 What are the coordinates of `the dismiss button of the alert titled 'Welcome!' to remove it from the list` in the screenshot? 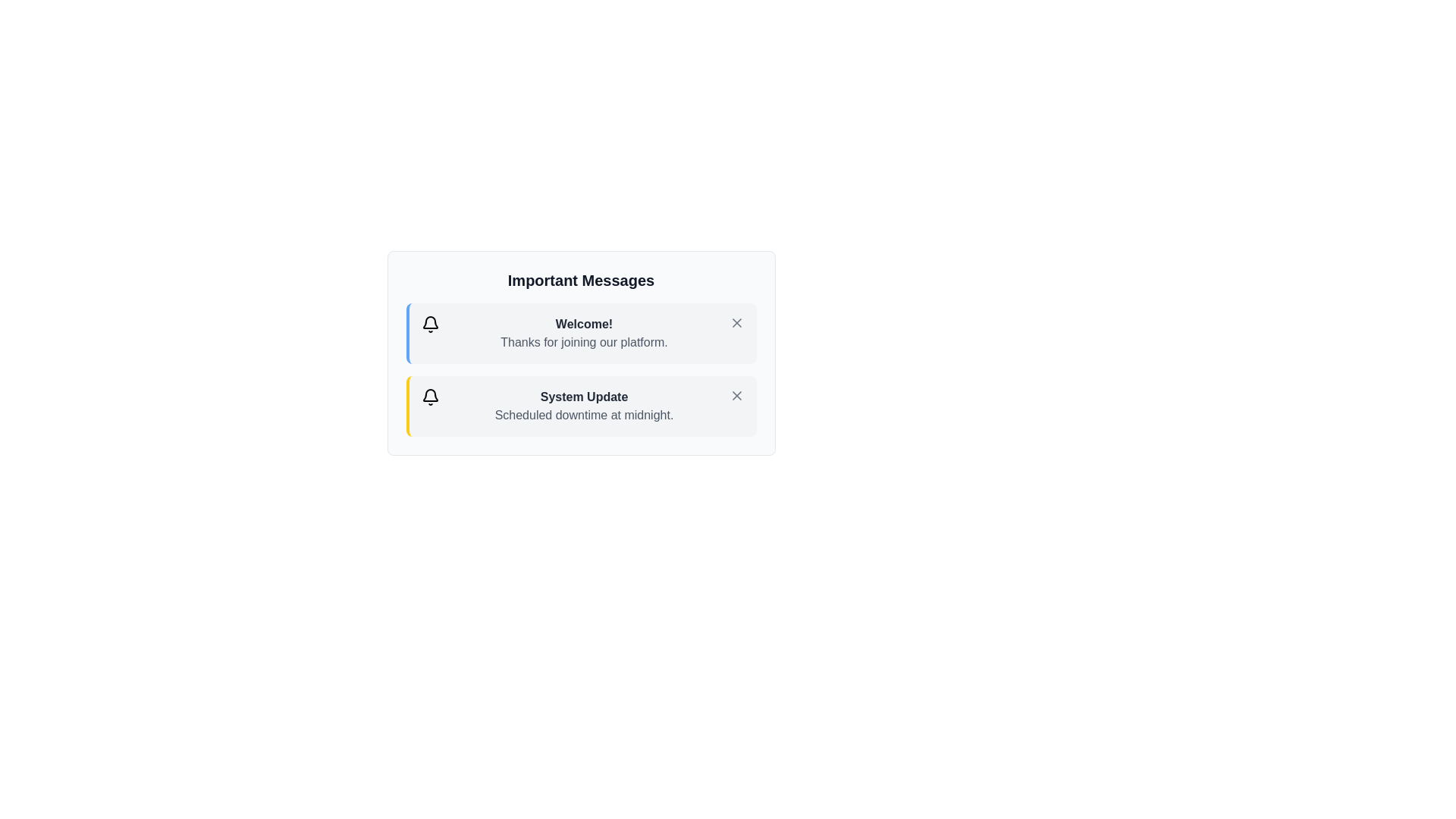 It's located at (736, 322).